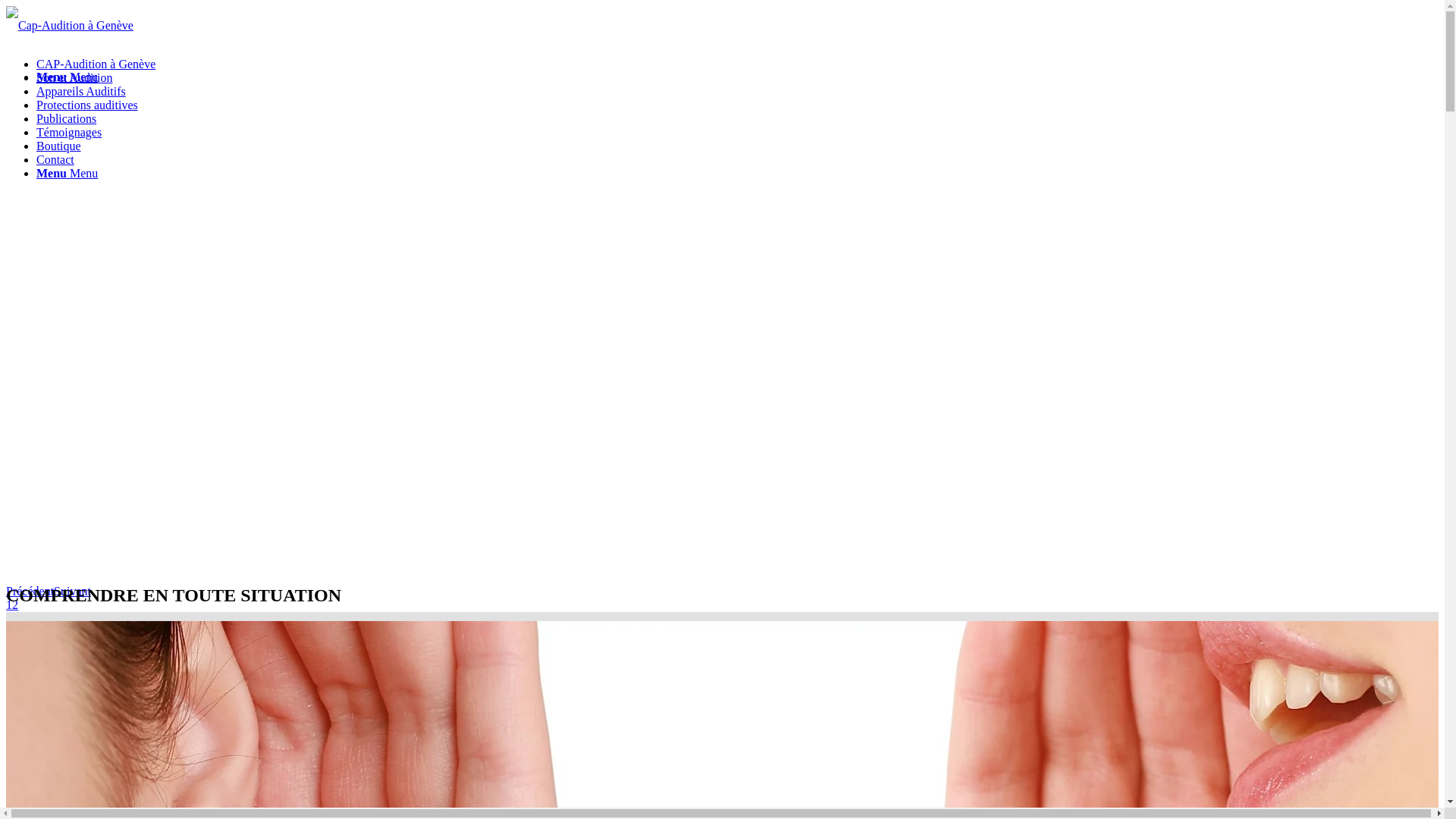 The height and width of the screenshot is (819, 1456). Describe the element at coordinates (66, 172) in the screenshot. I see `'Menu Menu'` at that location.